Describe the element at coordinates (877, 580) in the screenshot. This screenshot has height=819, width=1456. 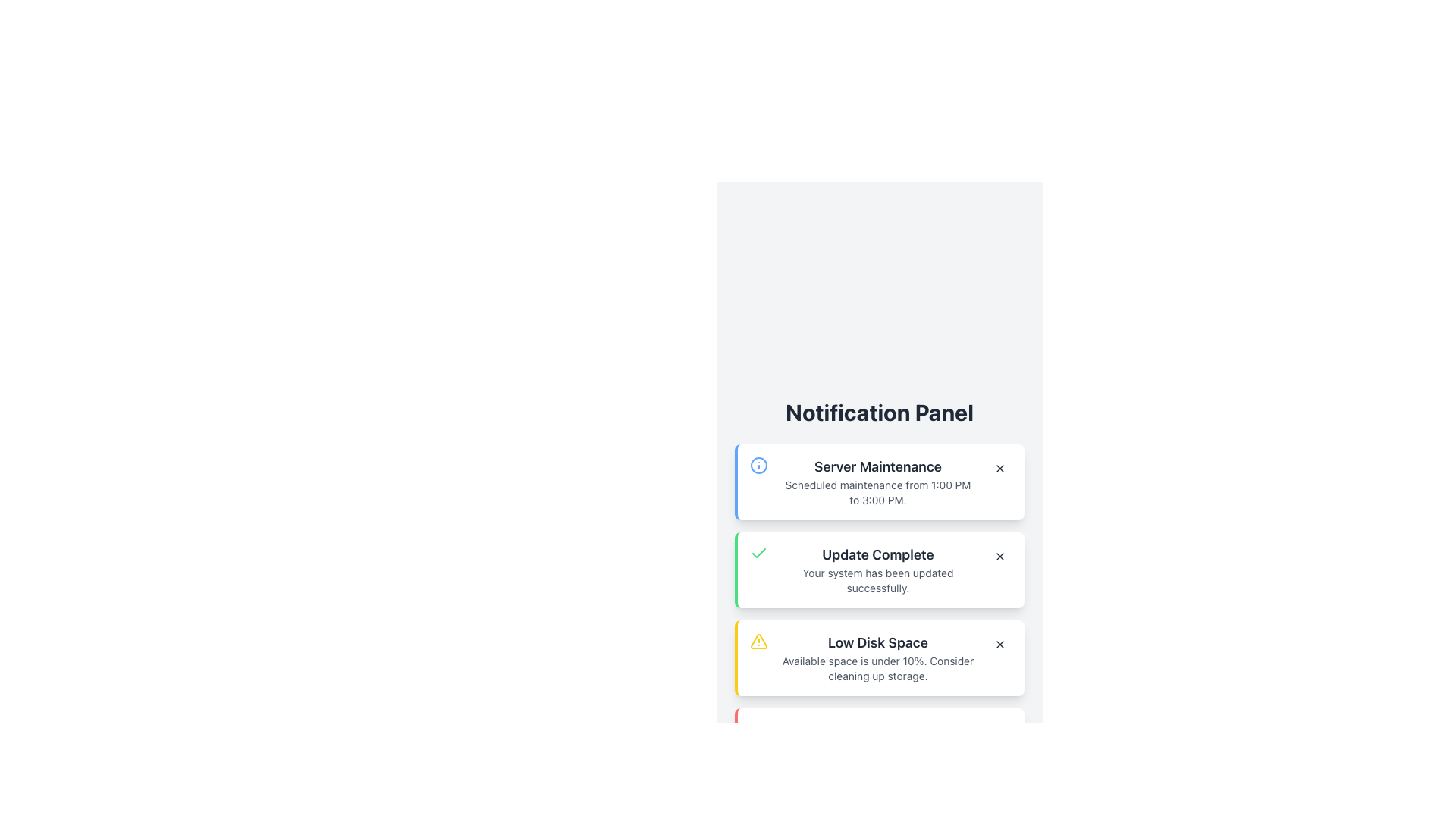
I see `status message from the static text label located below the 'Update Complete' title in the notification panel, which indicates that the system update process has been completed successfully` at that location.